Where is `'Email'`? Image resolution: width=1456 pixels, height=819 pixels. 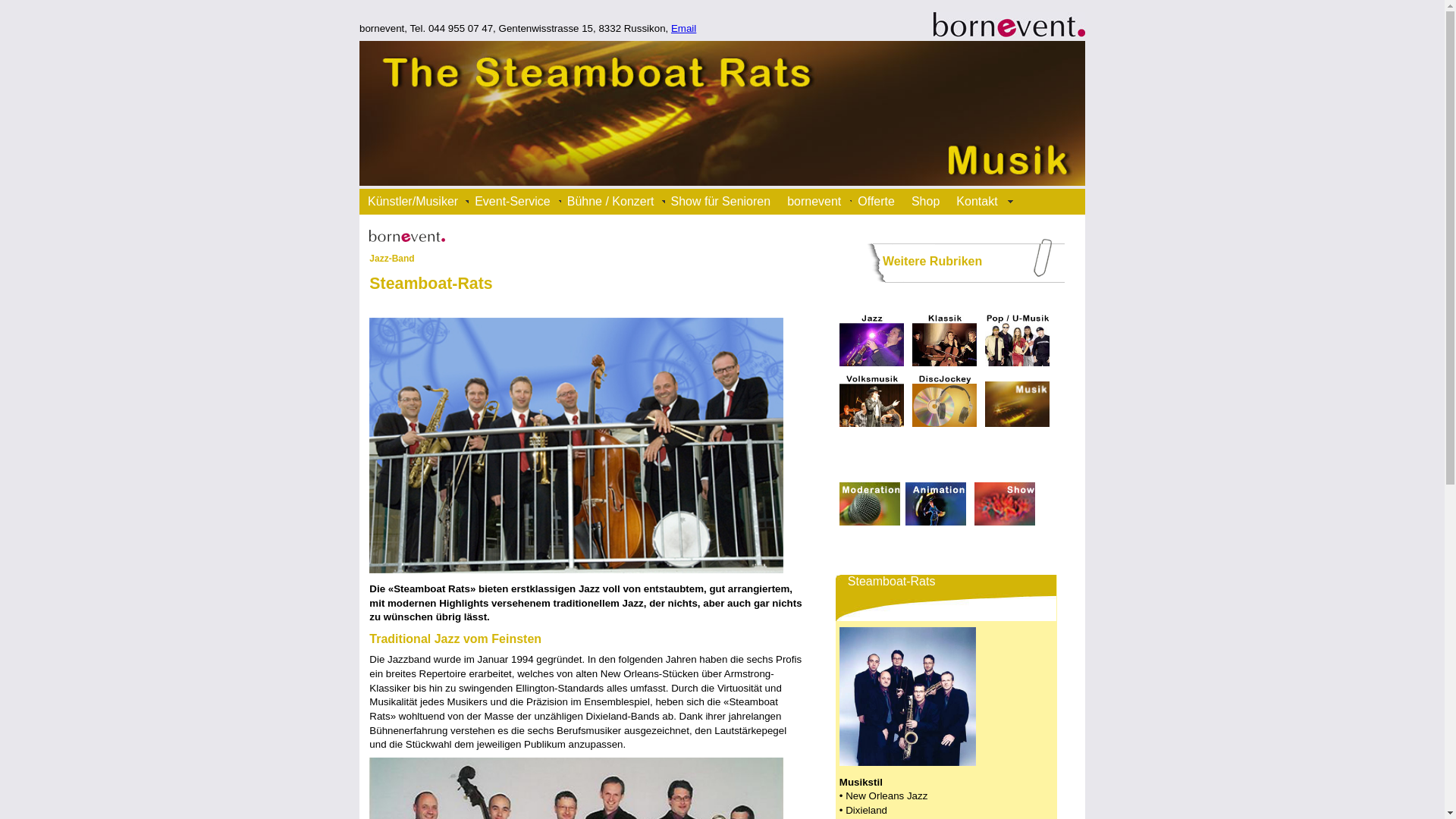 'Email' is located at coordinates (682, 28).